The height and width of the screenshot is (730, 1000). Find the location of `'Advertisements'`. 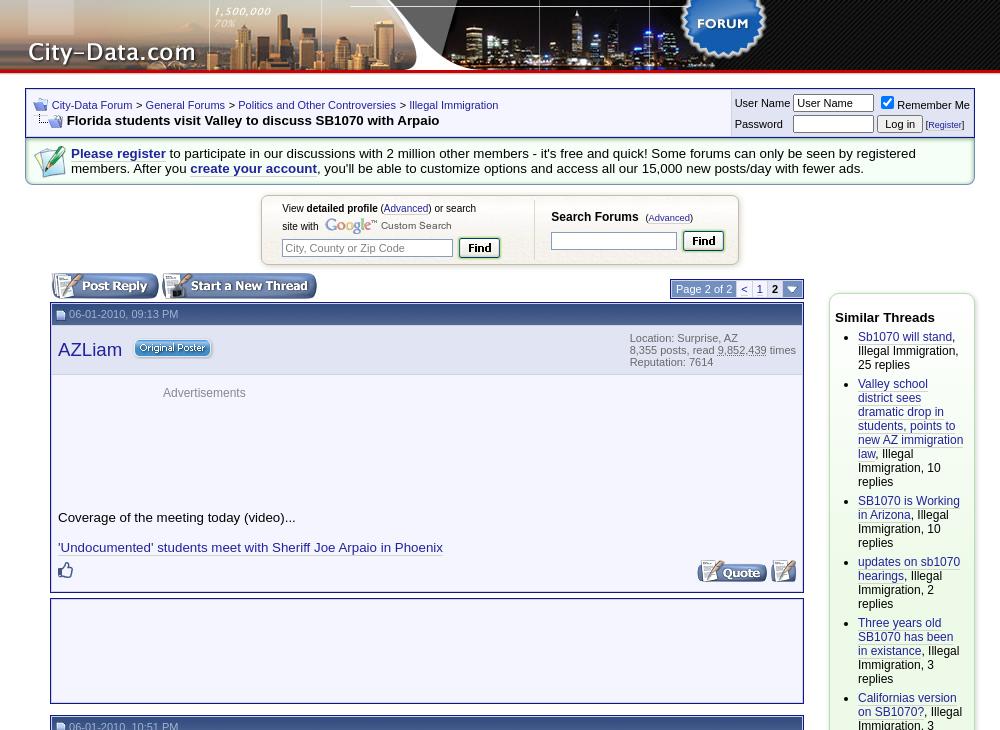

'Advertisements' is located at coordinates (203, 391).